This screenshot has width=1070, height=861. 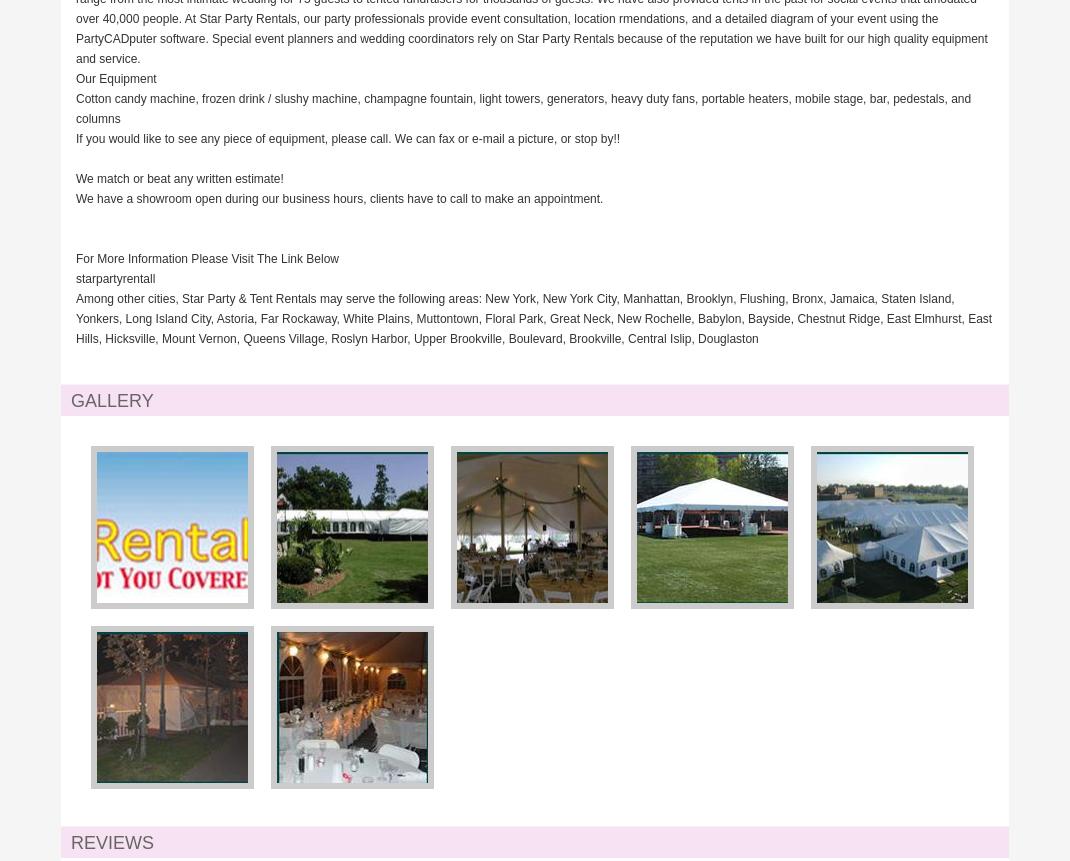 What do you see at coordinates (112, 842) in the screenshot?
I see `'Reviews'` at bounding box center [112, 842].